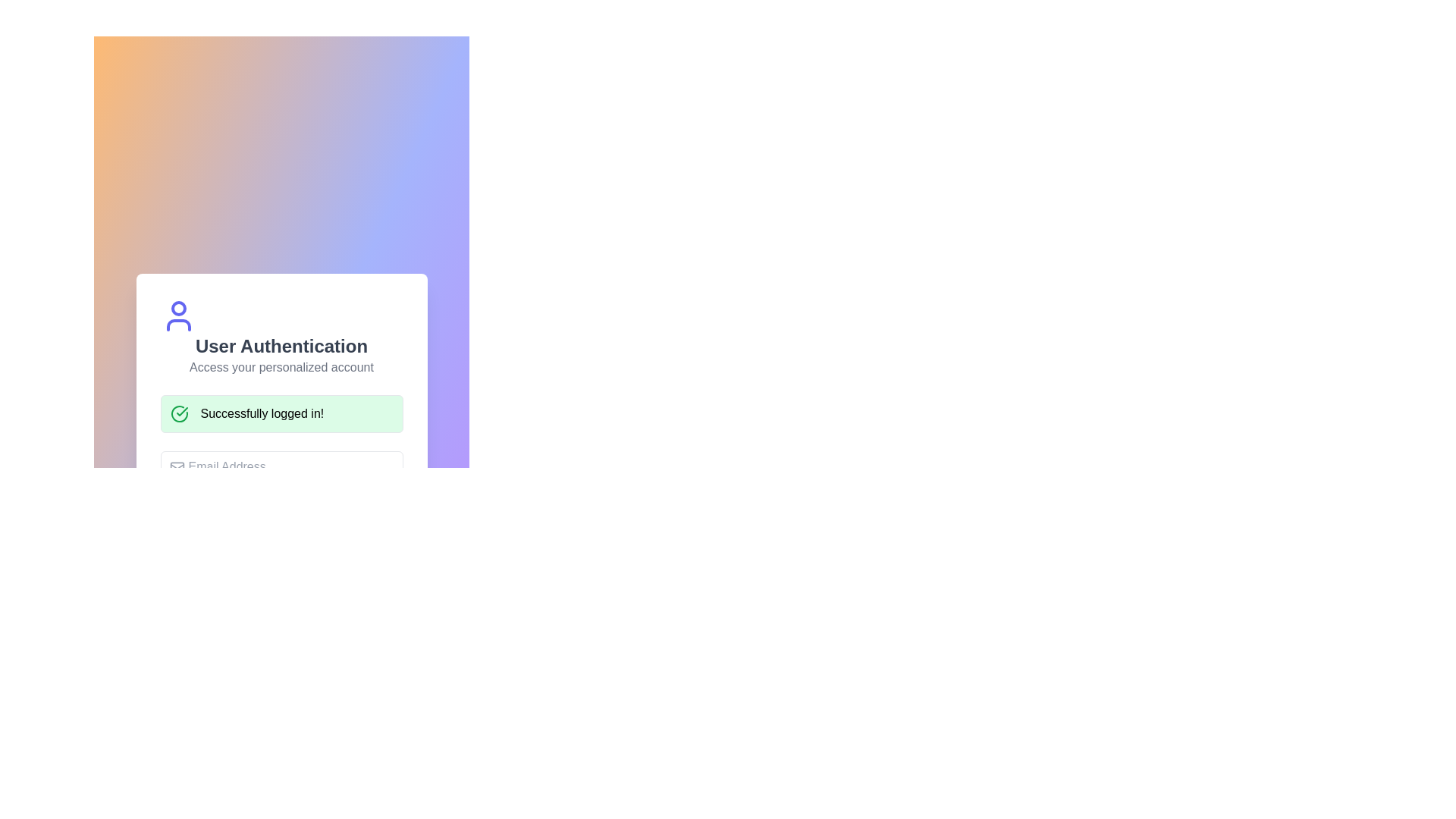  What do you see at coordinates (177, 466) in the screenshot?
I see `the small triangular-shaped graphical part of the envelope icon located near the top-left corner inside the email input field` at bounding box center [177, 466].